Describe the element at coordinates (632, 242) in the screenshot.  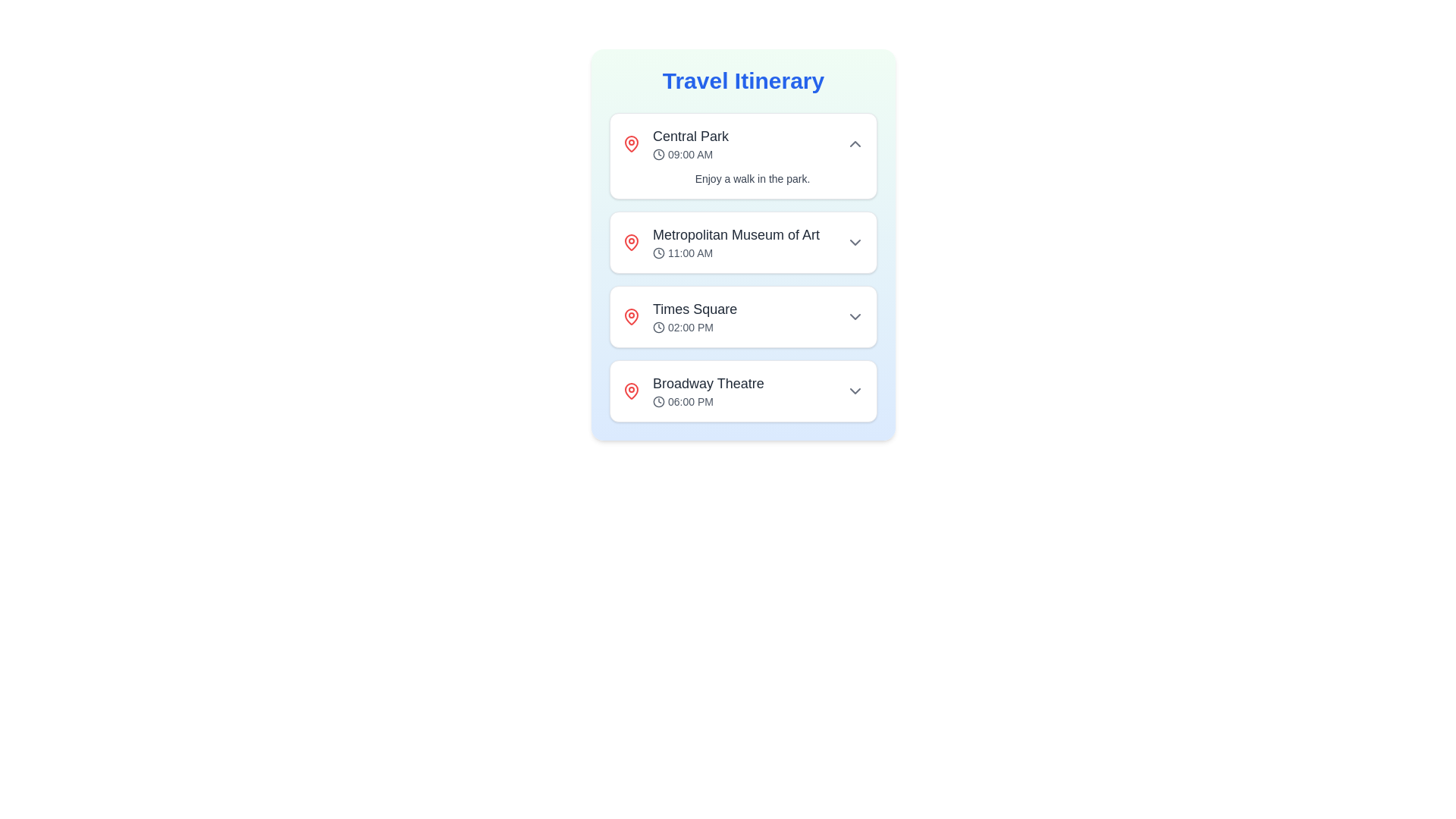
I see `the red map pin icon located at the top-left corner of the 'Metropolitan Museum of Art' itinerary entry, positioned immediately to the left of the title text` at that location.